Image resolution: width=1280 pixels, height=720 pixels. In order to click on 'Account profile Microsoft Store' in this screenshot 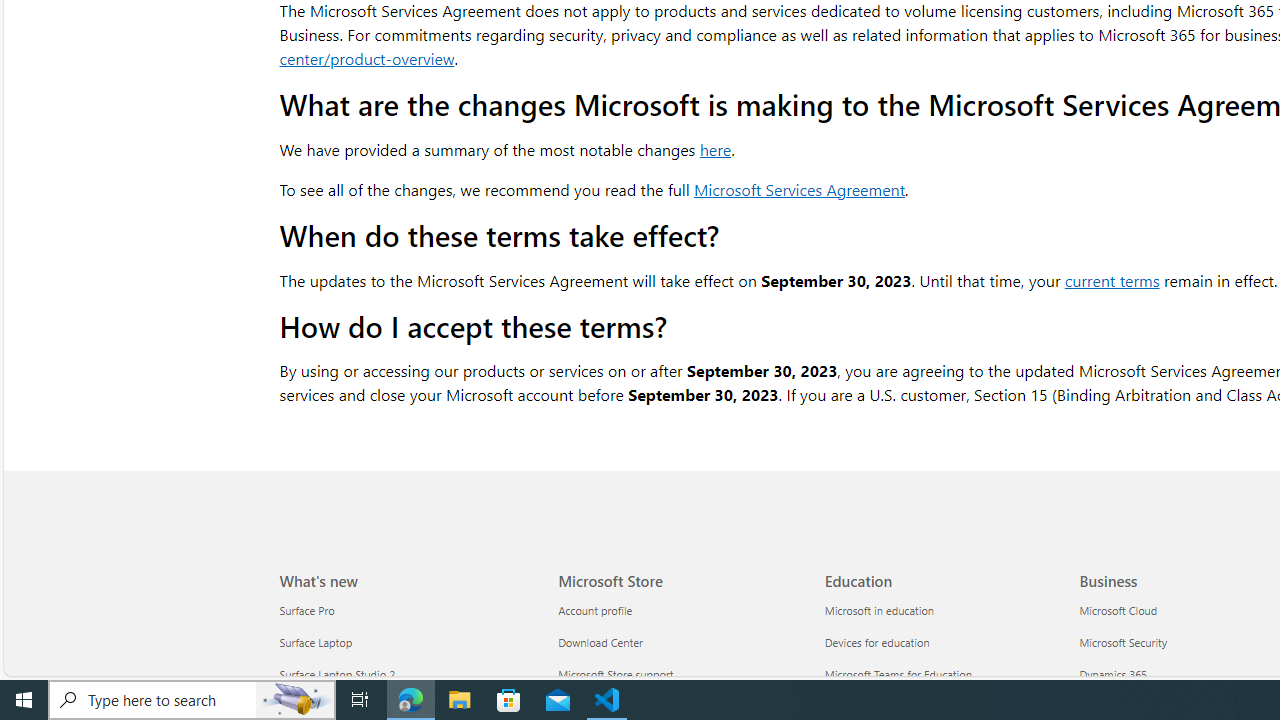, I will do `click(594, 610)`.